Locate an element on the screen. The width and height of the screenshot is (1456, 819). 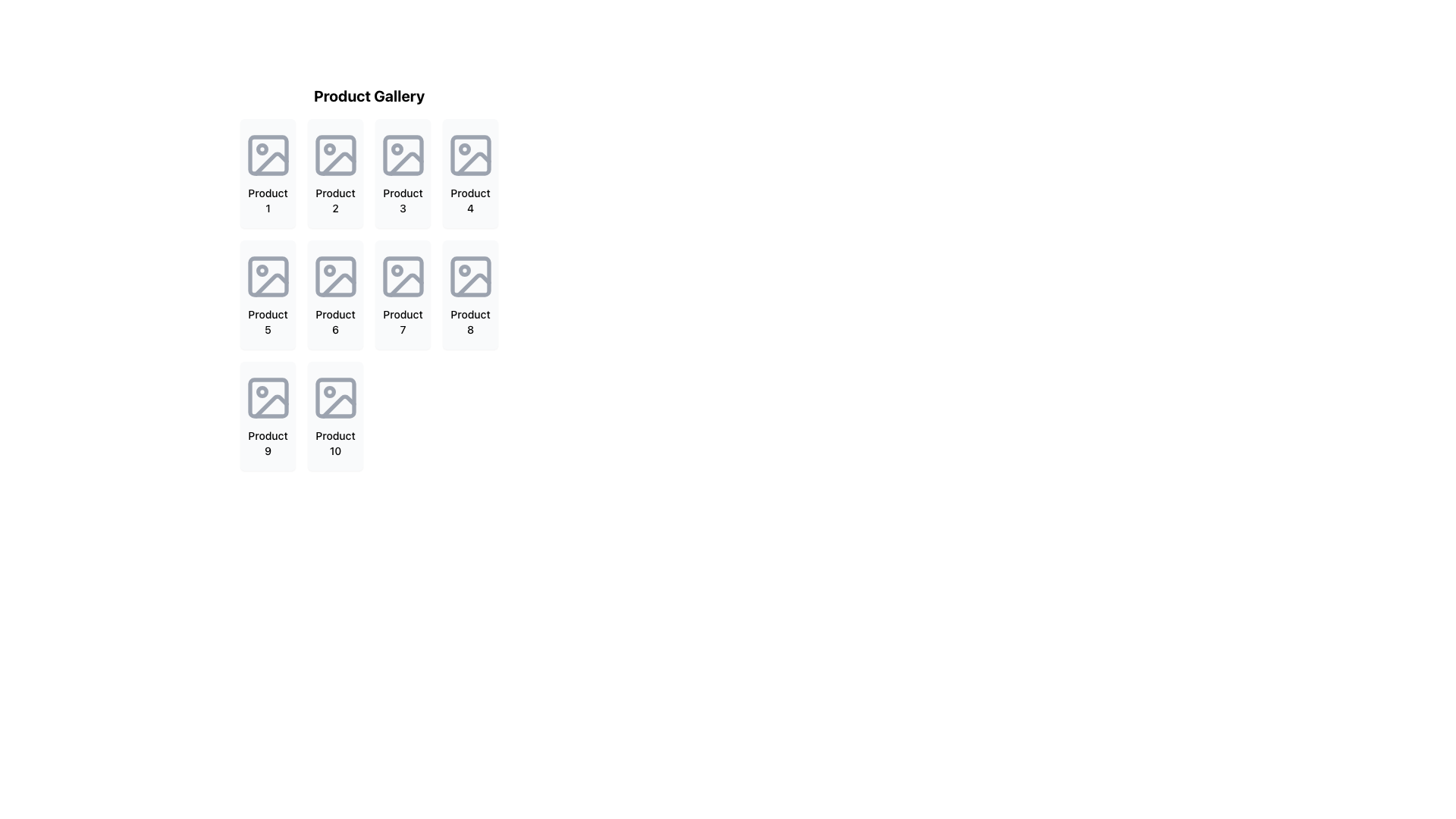
text label 'Product 1' located under an image icon in the top-left corner of the grid layout is located at coordinates (268, 200).